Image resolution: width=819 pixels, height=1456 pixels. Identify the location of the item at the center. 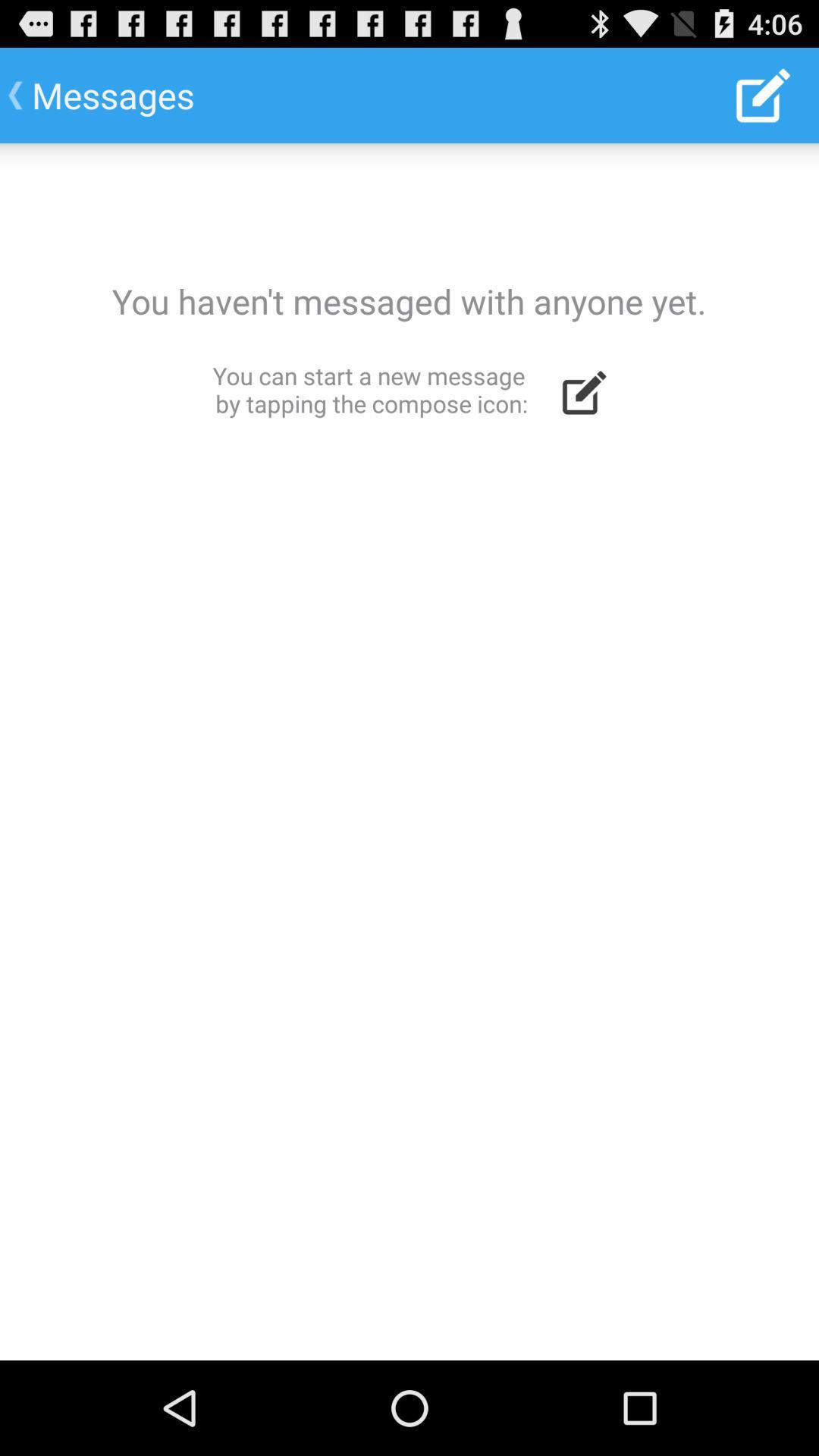
(409, 752).